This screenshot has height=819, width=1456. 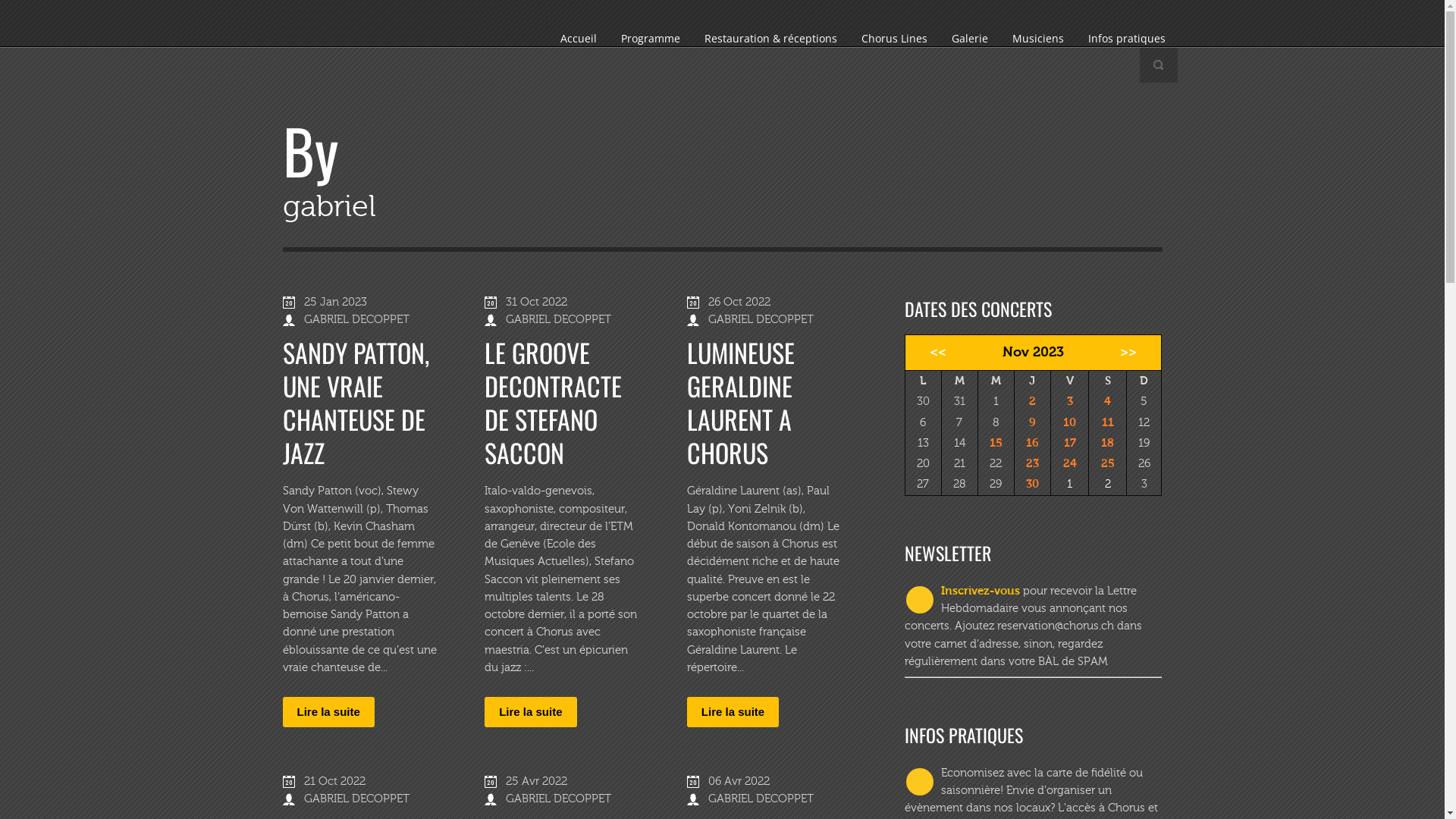 I want to click on '24', so click(x=1069, y=462).